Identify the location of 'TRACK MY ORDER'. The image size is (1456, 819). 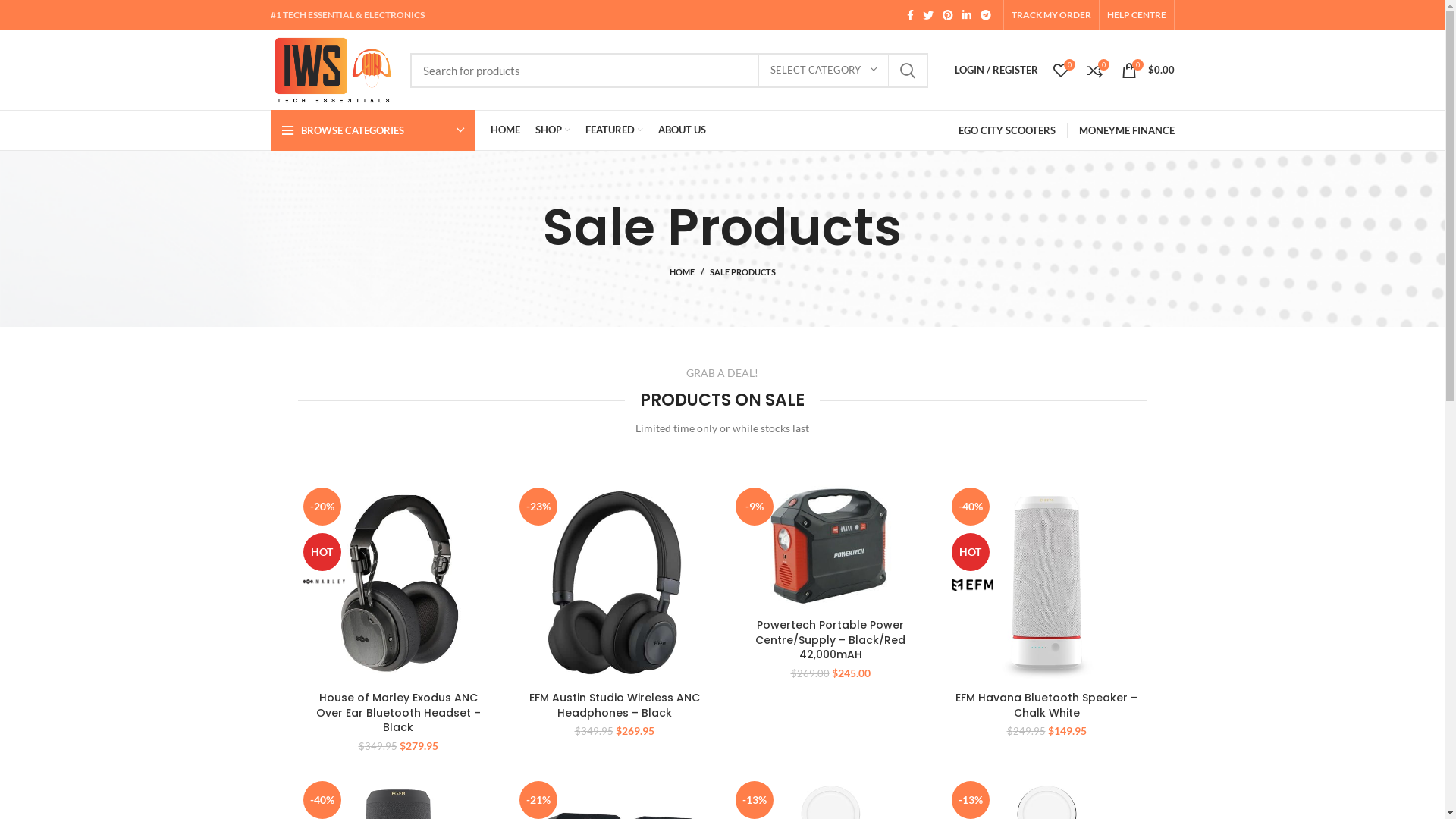
(1012, 14).